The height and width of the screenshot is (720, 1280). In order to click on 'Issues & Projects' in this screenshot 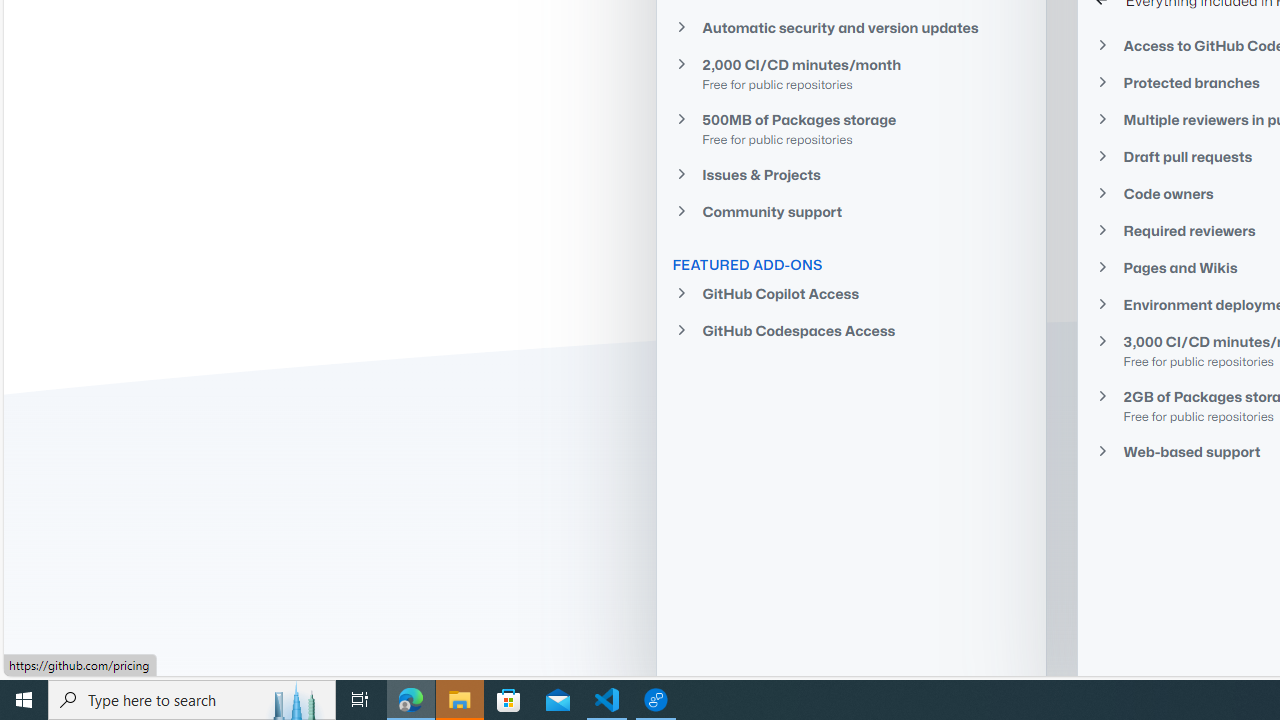, I will do `click(851, 173)`.